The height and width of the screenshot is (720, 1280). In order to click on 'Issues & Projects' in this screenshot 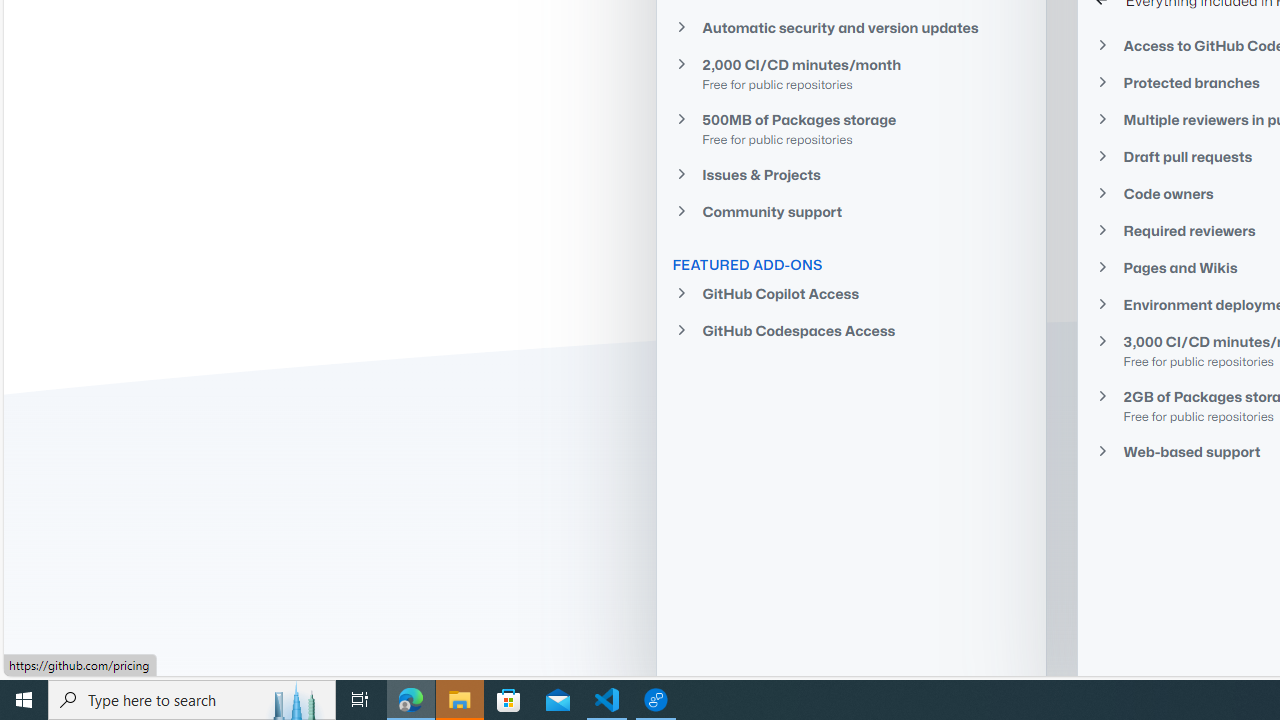, I will do `click(851, 173)`.